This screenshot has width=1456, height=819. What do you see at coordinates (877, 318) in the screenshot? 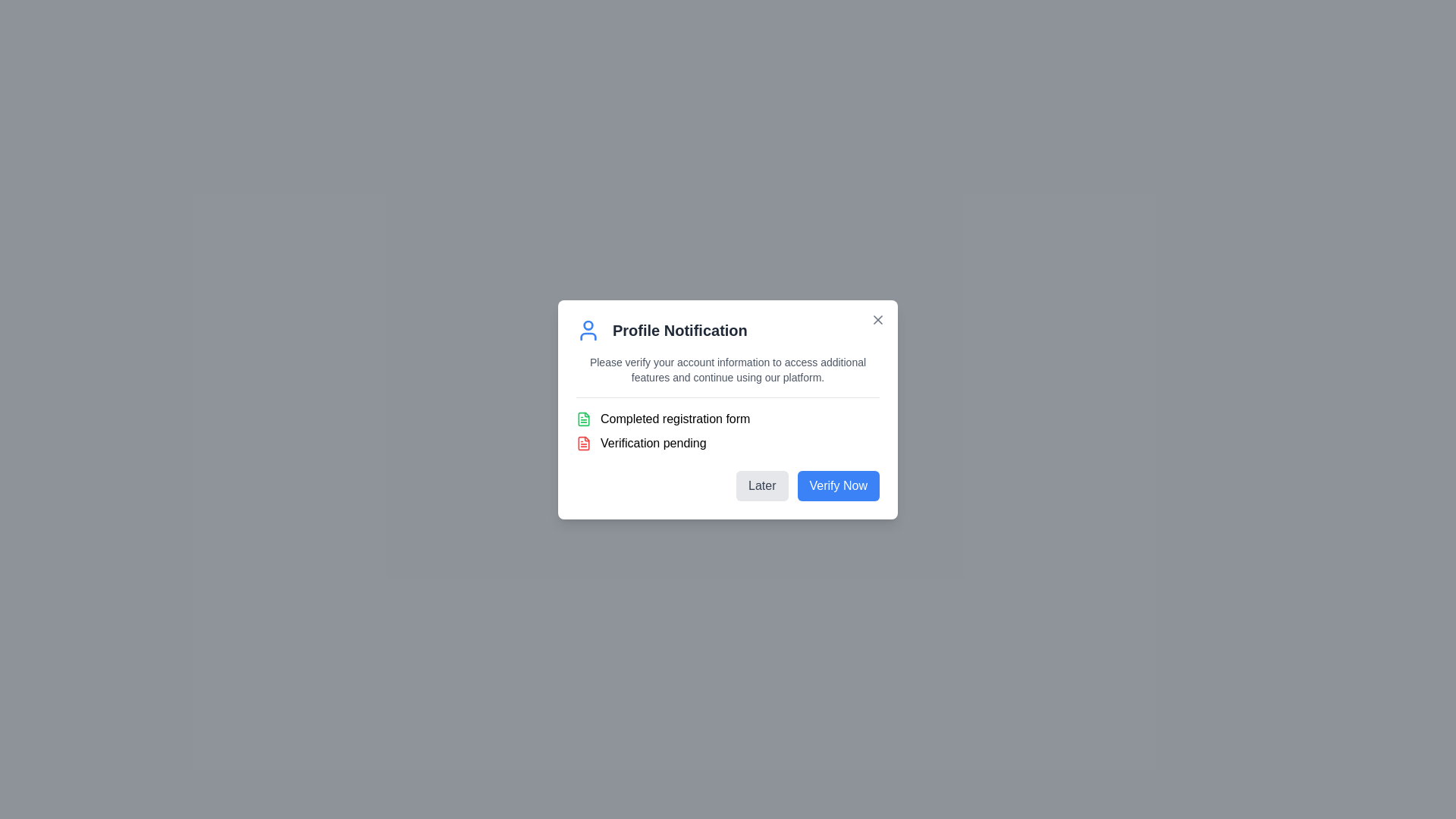
I see `the icon button located at the top-right corner of the modal window` at bounding box center [877, 318].